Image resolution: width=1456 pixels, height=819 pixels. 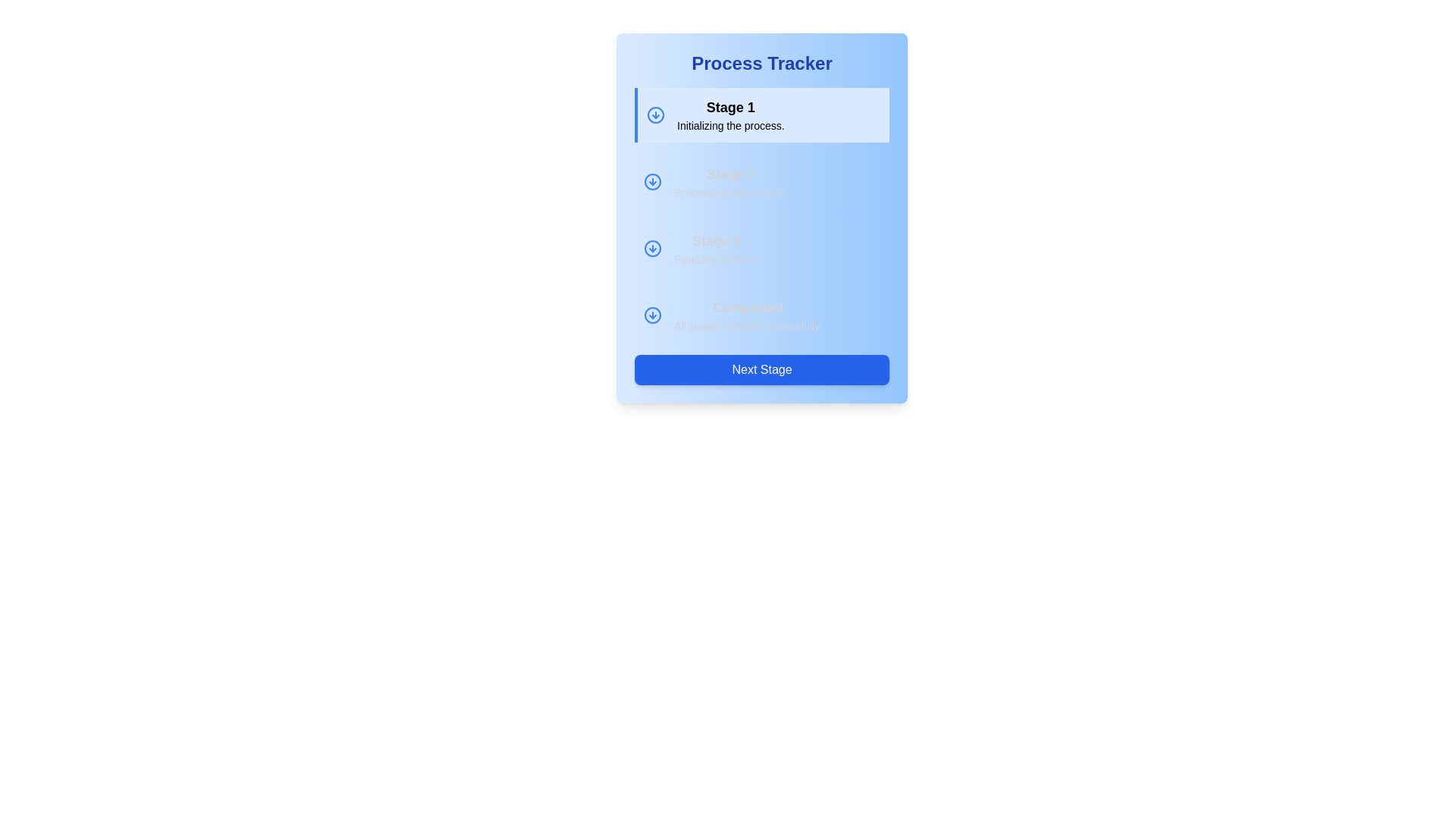 I want to click on the circular graphical control icon representing 'Stage 1', so click(x=652, y=180).